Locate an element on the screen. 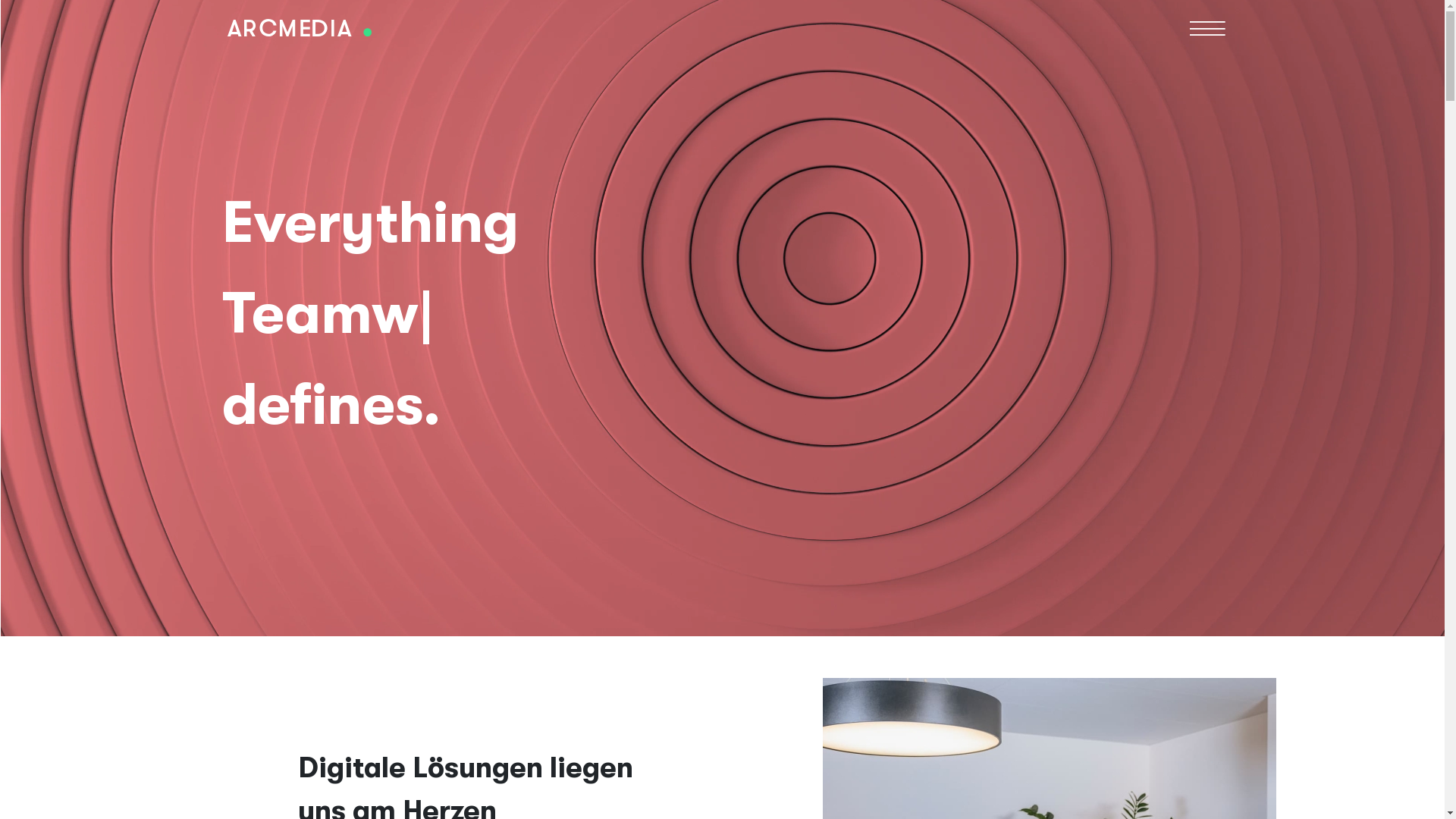 This screenshot has width=1456, height=819. 'Home' is located at coordinates (299, 27).